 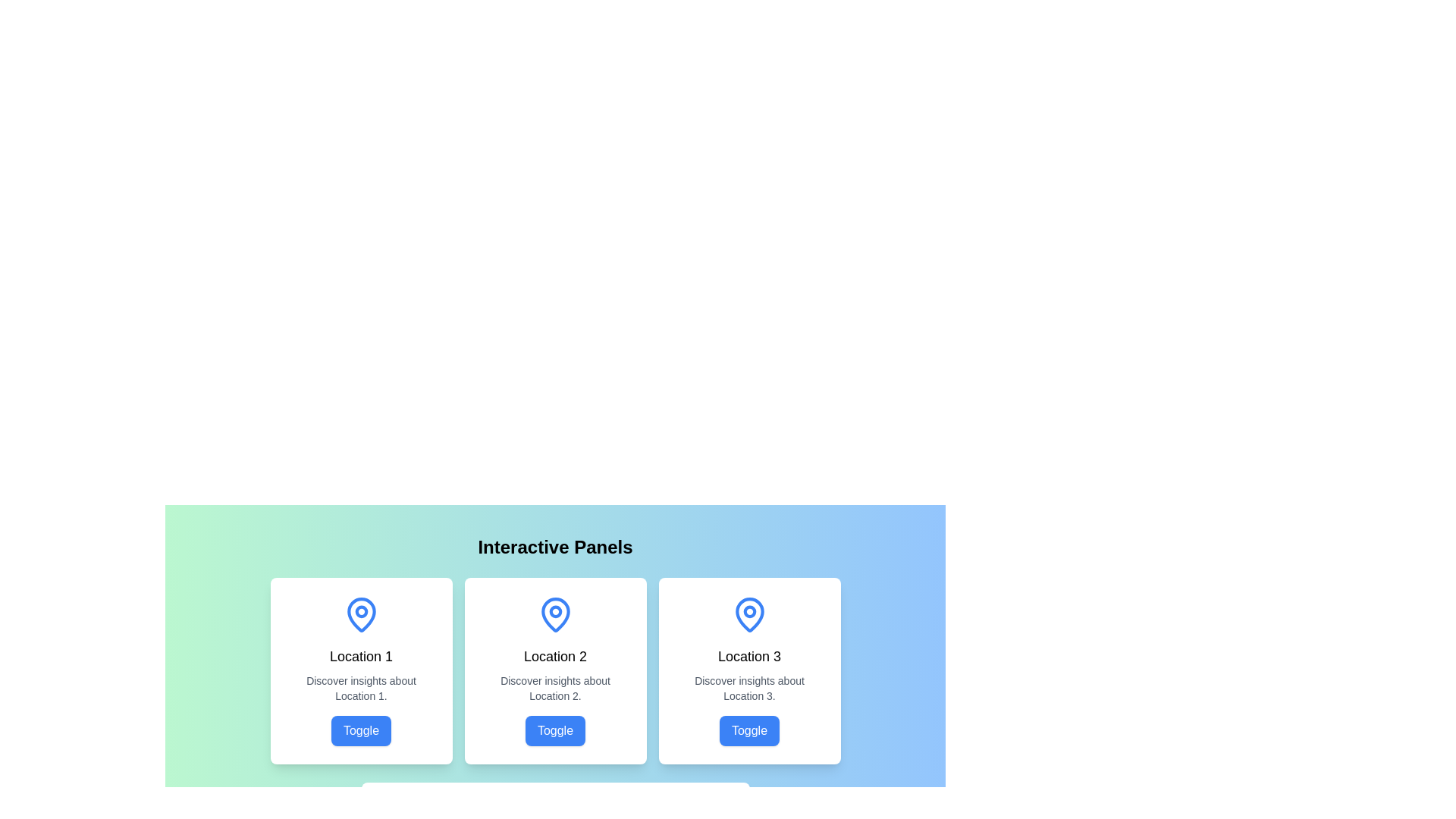 I want to click on the blue outlined map pin icon located at the top of the card labeled 'Location 2', so click(x=554, y=614).